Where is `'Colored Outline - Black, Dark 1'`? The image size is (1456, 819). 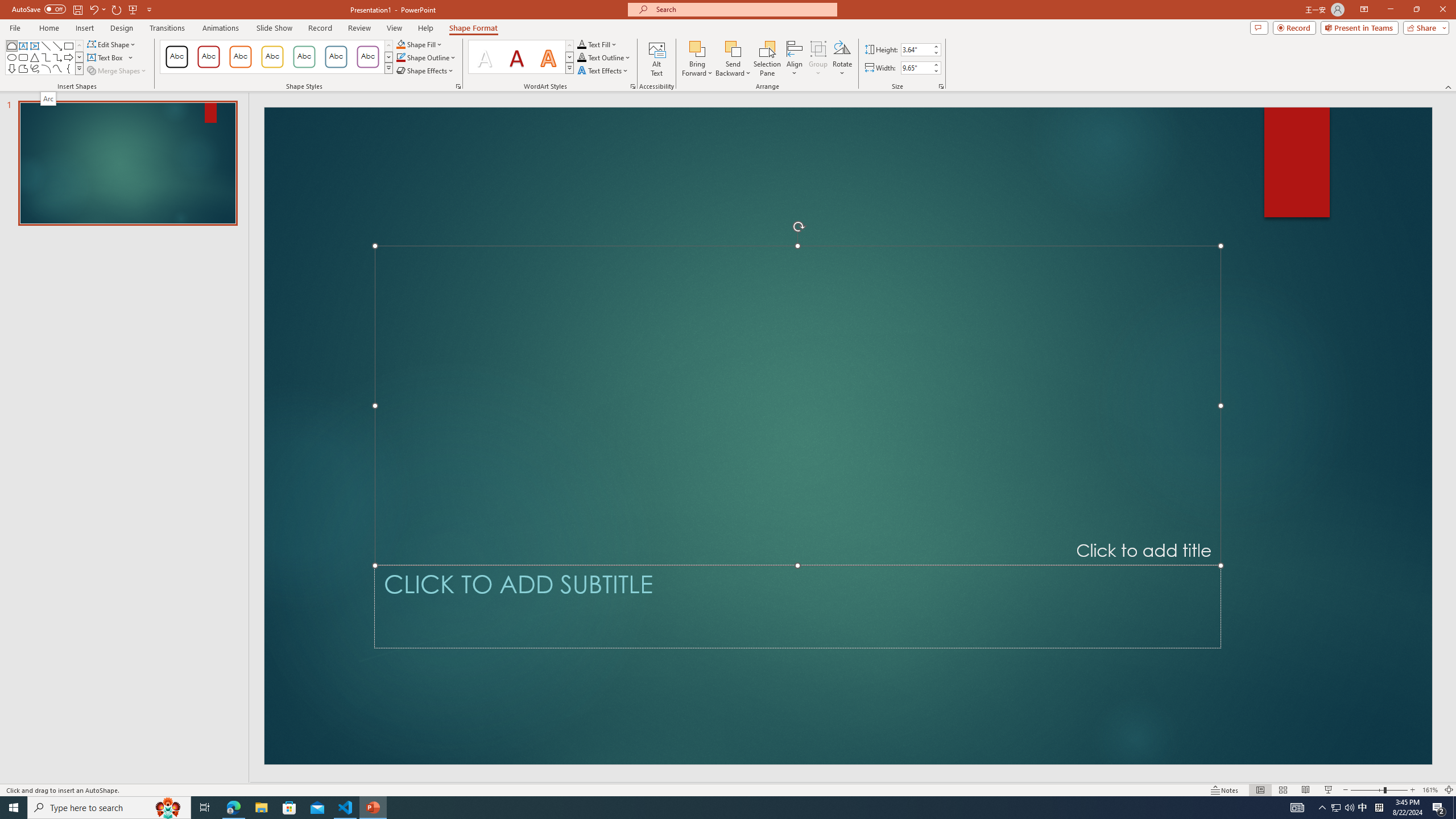 'Colored Outline - Black, Dark 1' is located at coordinates (176, 56).